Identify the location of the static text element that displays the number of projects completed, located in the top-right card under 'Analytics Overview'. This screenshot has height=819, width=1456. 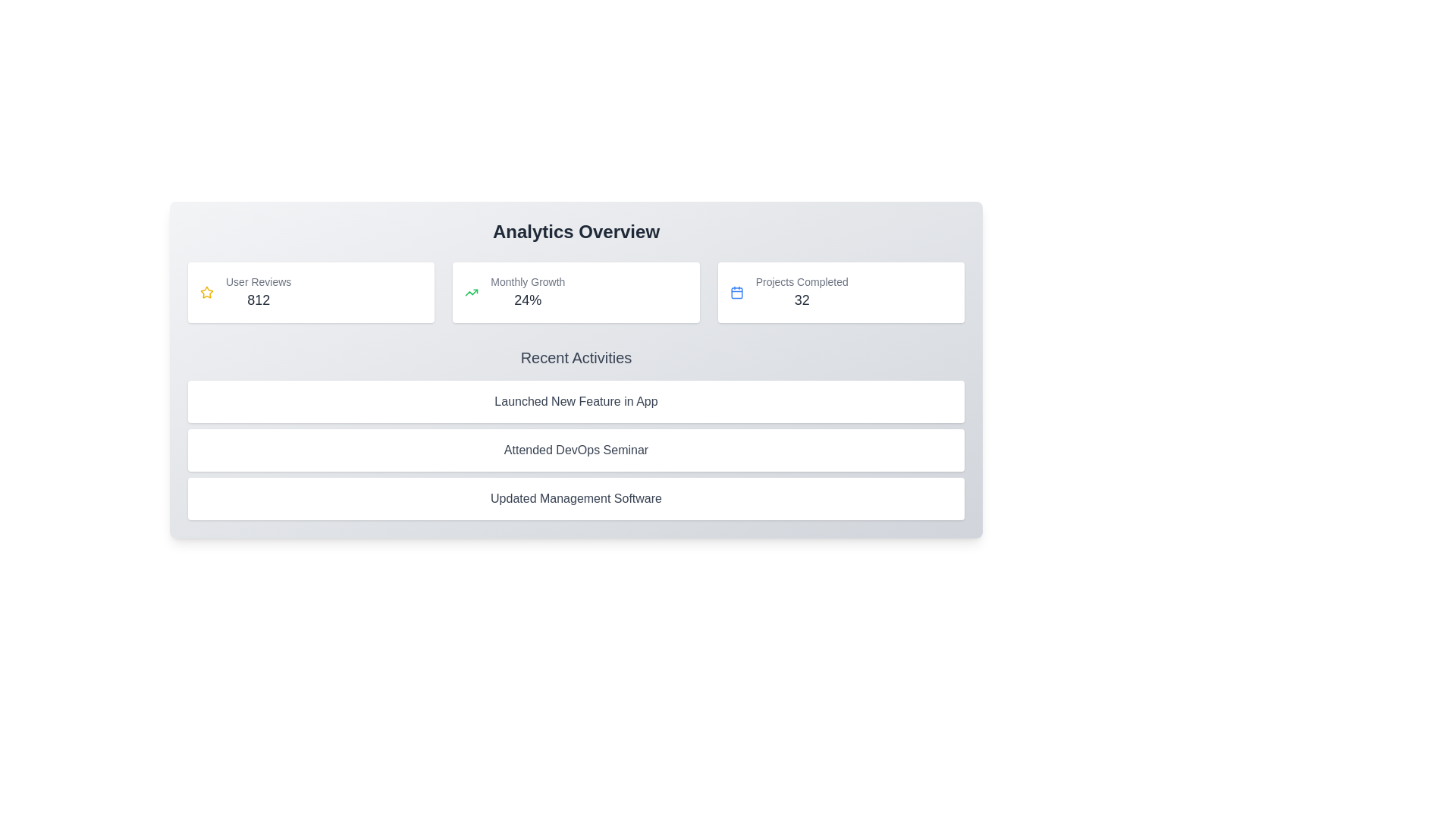
(801, 292).